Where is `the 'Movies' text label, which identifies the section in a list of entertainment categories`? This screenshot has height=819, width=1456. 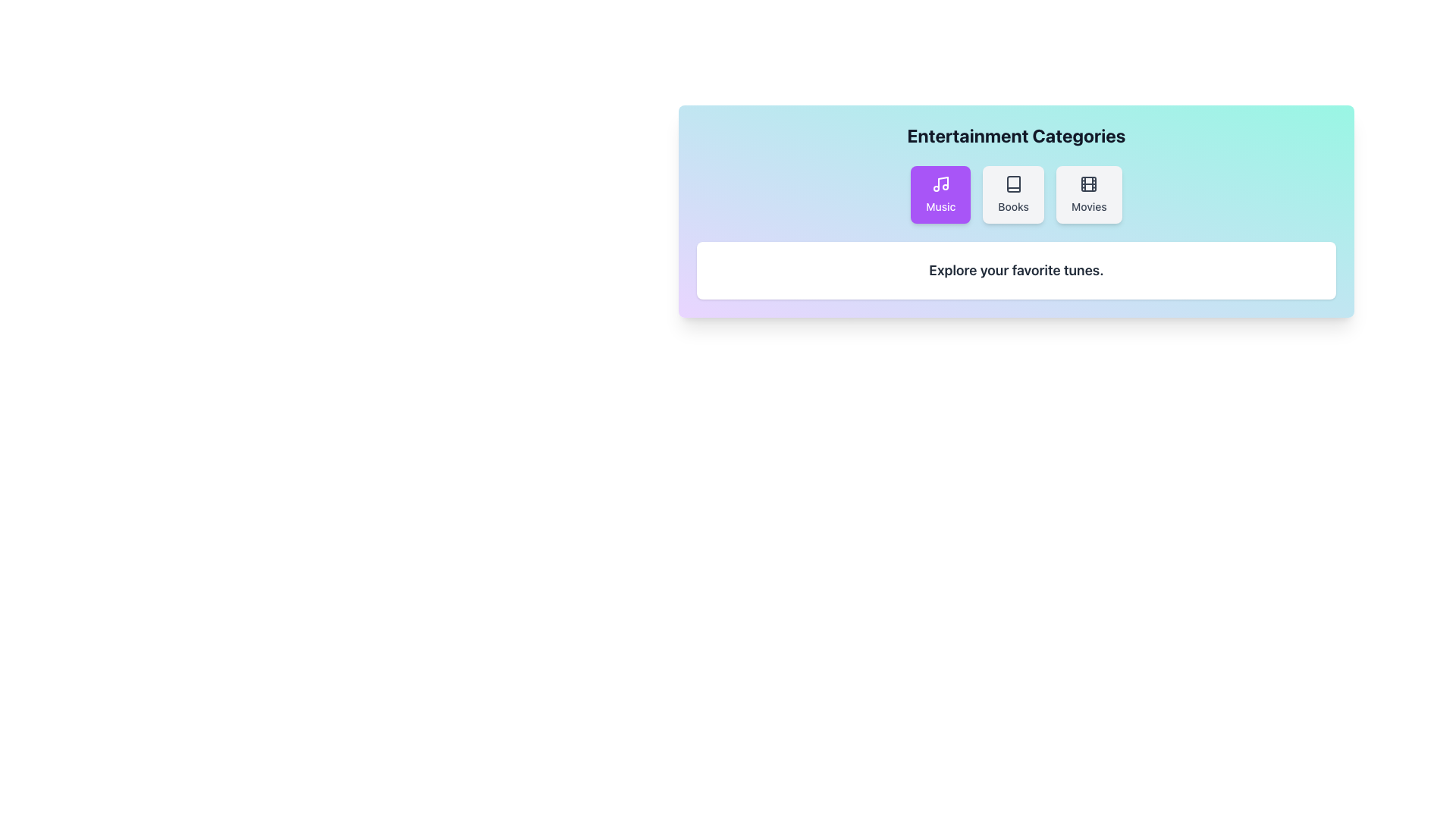 the 'Movies' text label, which identifies the section in a list of entertainment categories is located at coordinates (1088, 207).